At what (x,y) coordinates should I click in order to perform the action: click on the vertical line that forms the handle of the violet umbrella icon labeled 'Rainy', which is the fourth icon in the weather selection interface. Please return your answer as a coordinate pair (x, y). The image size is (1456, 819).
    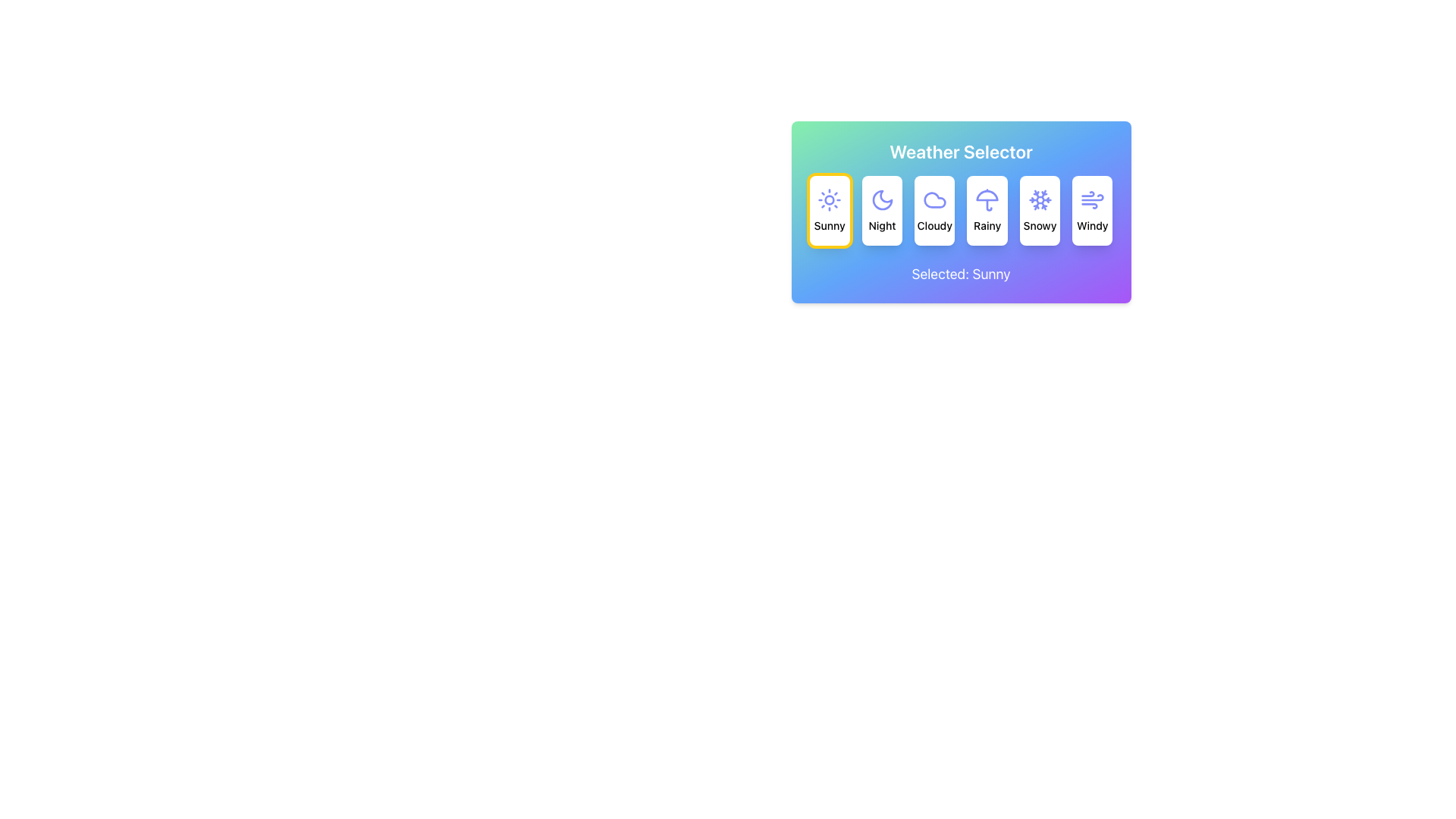
    Looking at the image, I should click on (989, 205).